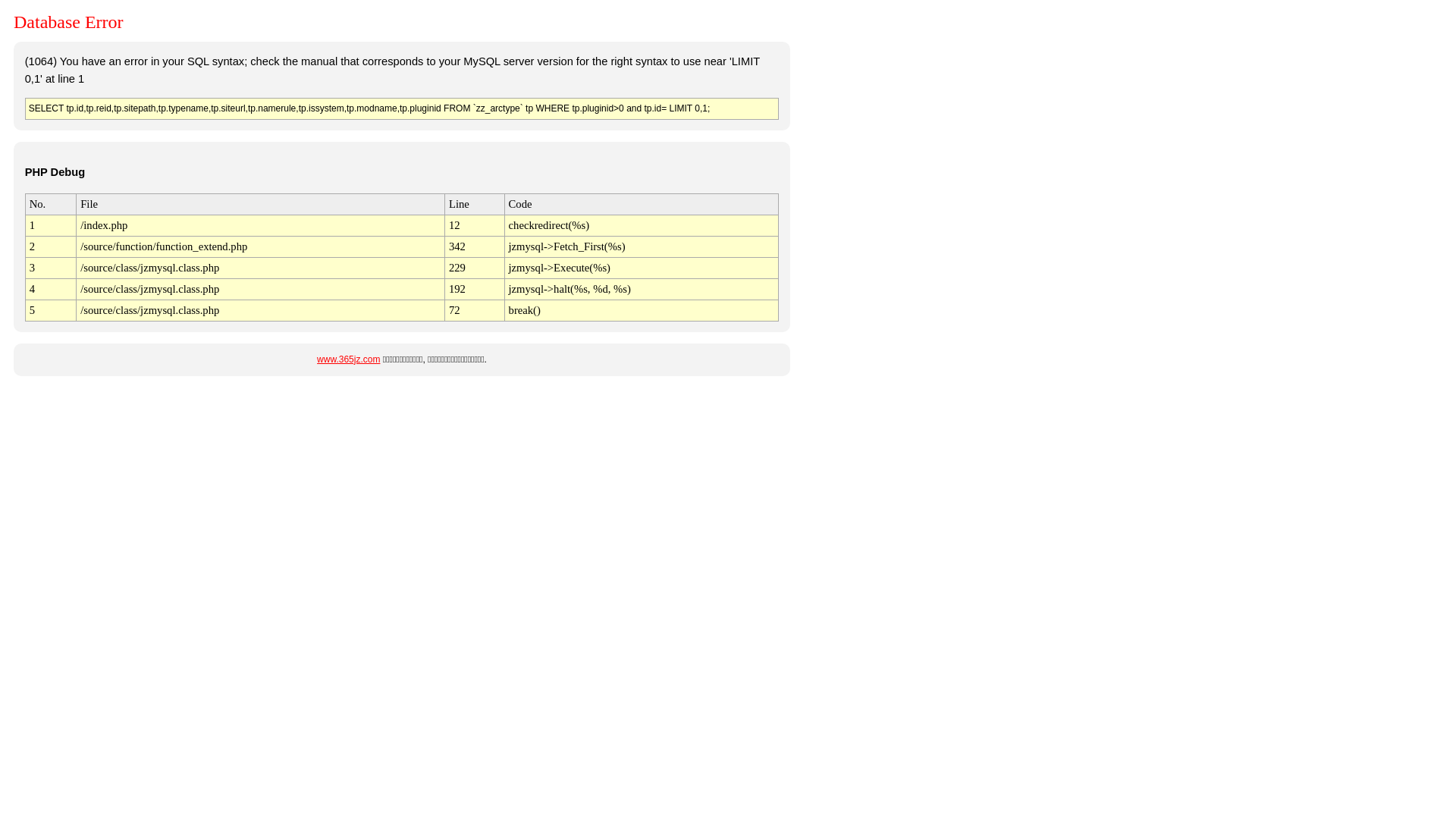 The image size is (1456, 819). Describe the element at coordinates (347, 359) in the screenshot. I see `'www.365jz.com'` at that location.